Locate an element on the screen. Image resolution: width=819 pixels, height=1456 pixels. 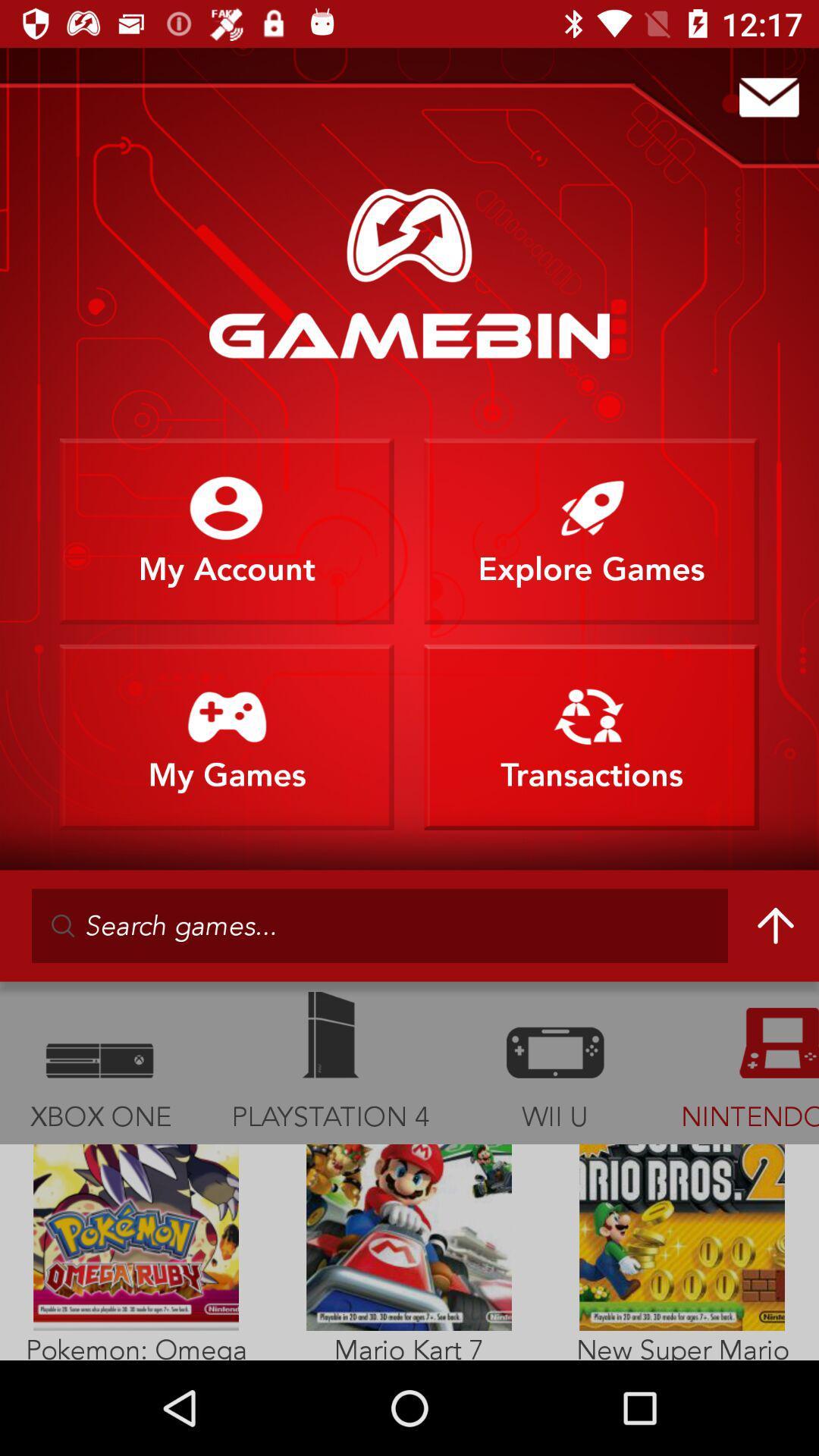
the email icon is located at coordinates (769, 96).